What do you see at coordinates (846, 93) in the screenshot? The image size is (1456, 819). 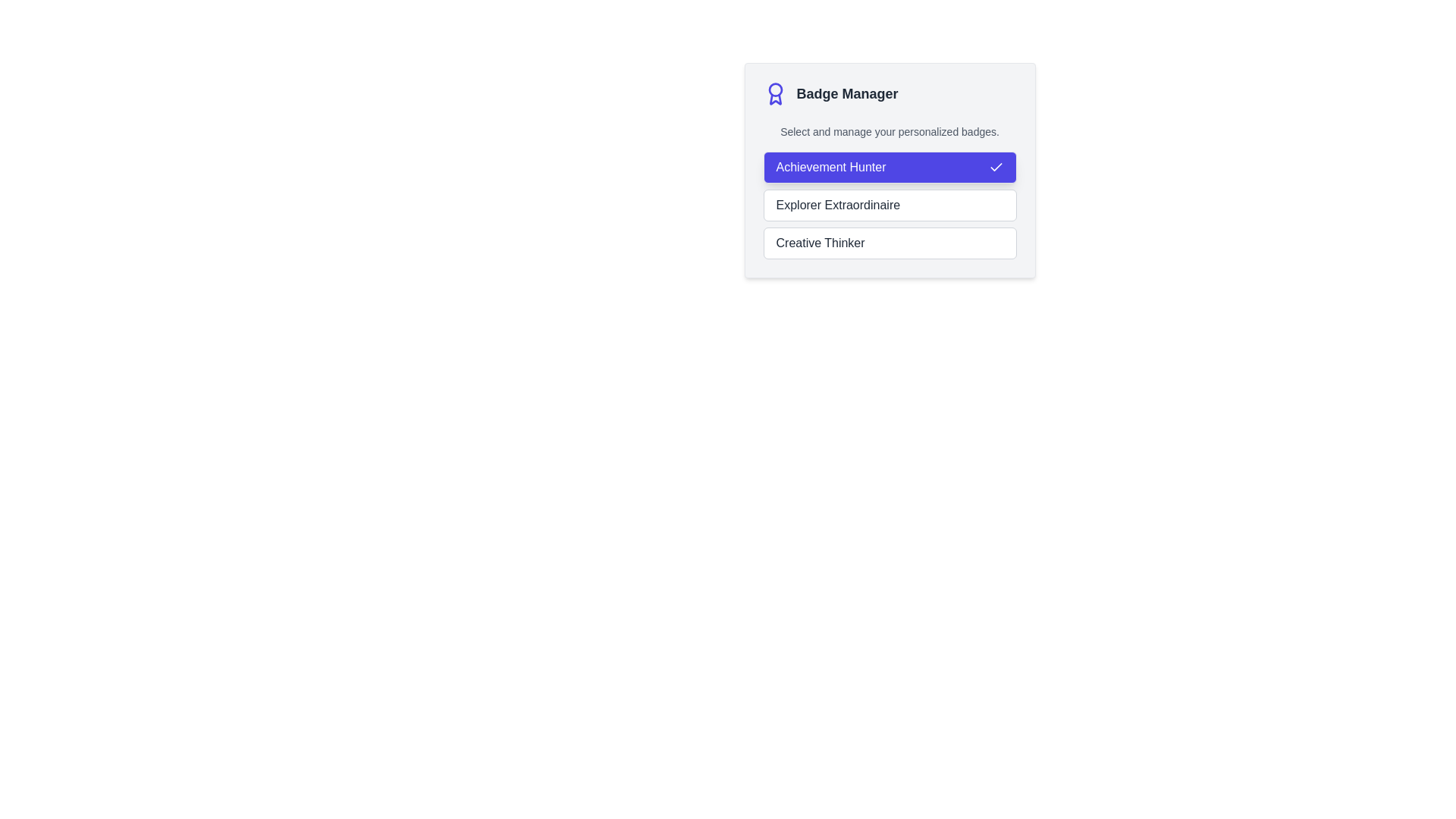 I see `the Label that serves as a title or heading for managing badges, located to the right of an award ribbon icon` at bounding box center [846, 93].